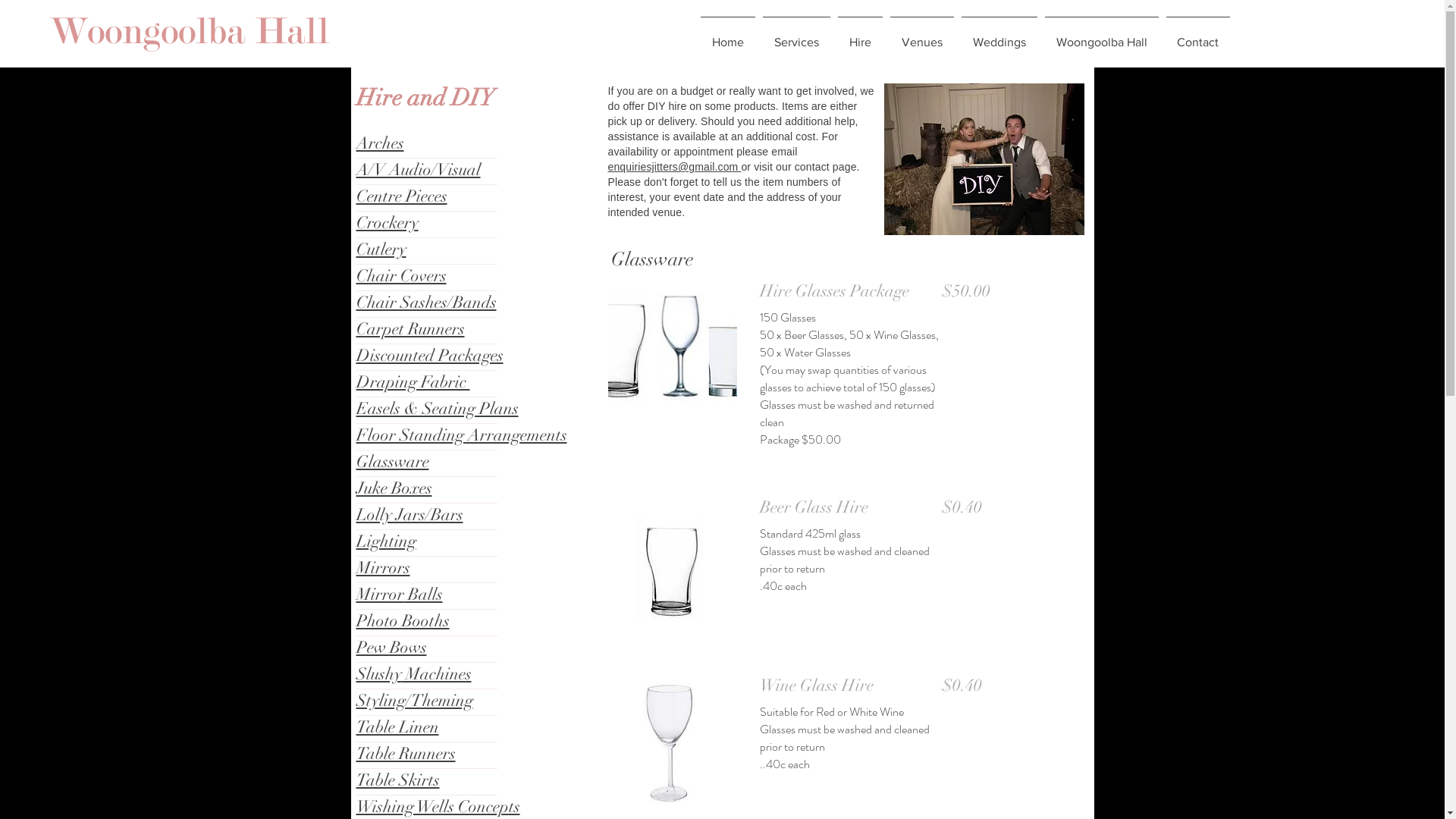 This screenshot has width=1456, height=819. Describe the element at coordinates (400, 593) in the screenshot. I see `'Mirror Balls'` at that location.